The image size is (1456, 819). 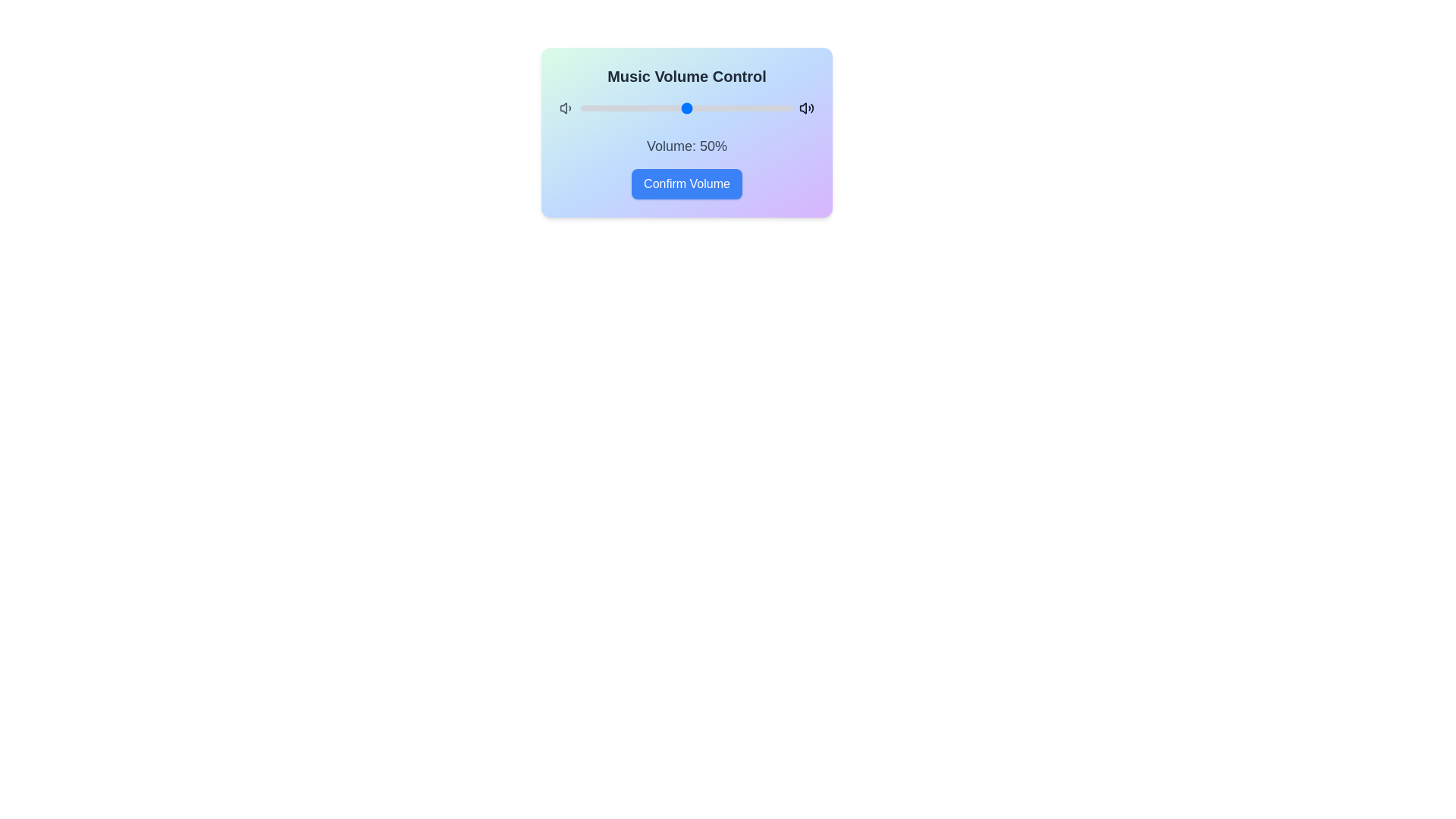 What do you see at coordinates (759, 107) in the screenshot?
I see `the volume slider to set the volume to 84%` at bounding box center [759, 107].